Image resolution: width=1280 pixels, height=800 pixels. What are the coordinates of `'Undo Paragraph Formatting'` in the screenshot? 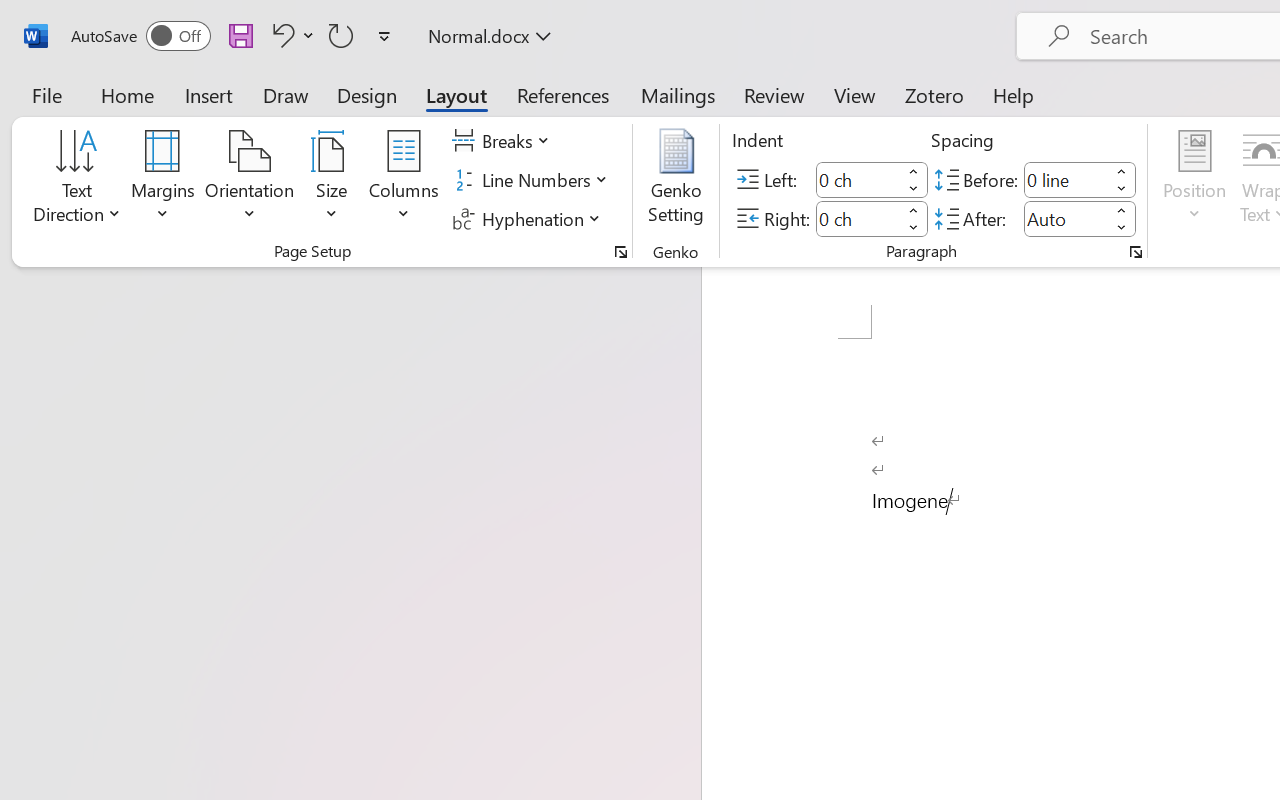 It's located at (279, 34).